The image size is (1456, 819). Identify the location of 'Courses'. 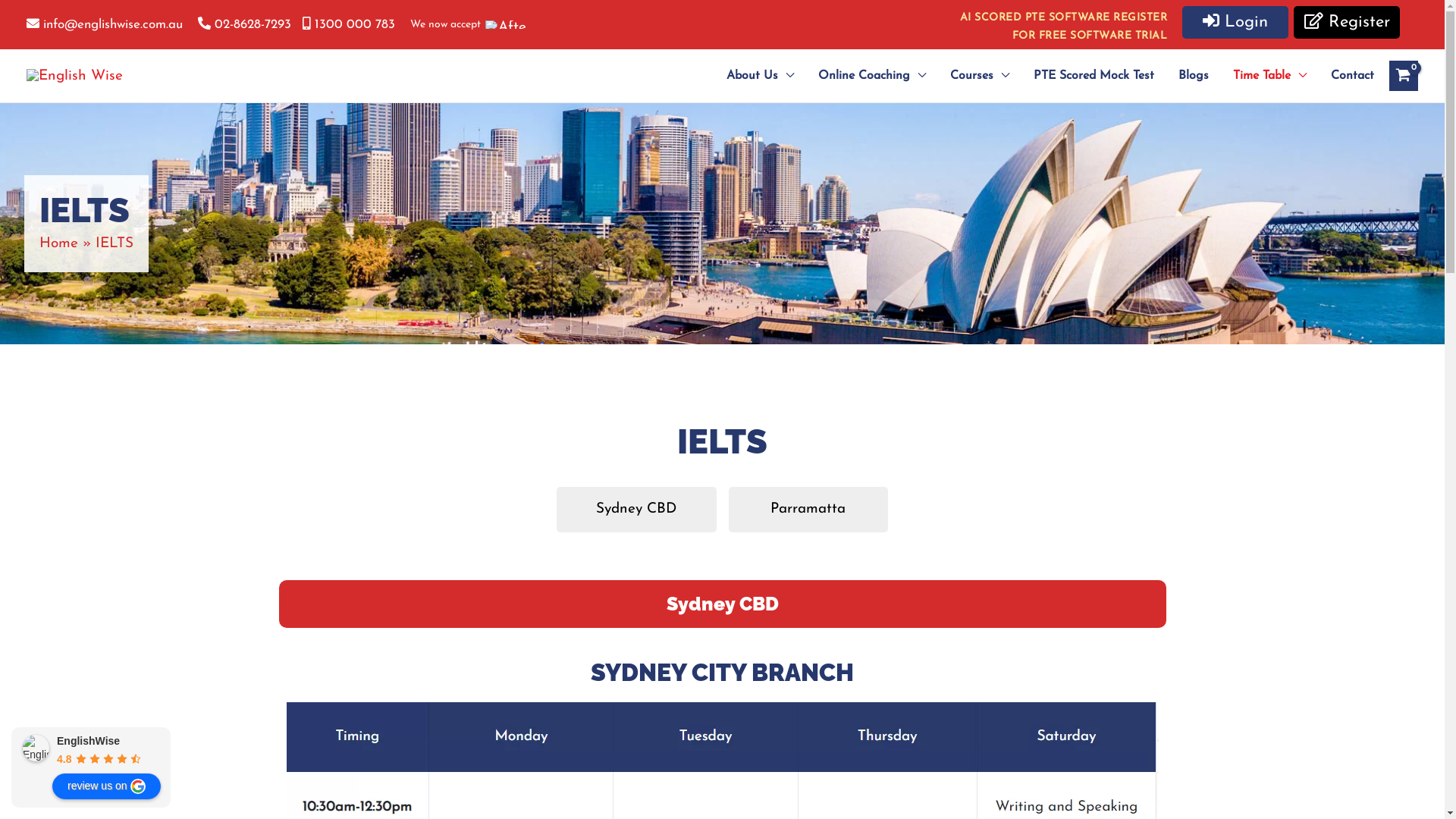
(937, 76).